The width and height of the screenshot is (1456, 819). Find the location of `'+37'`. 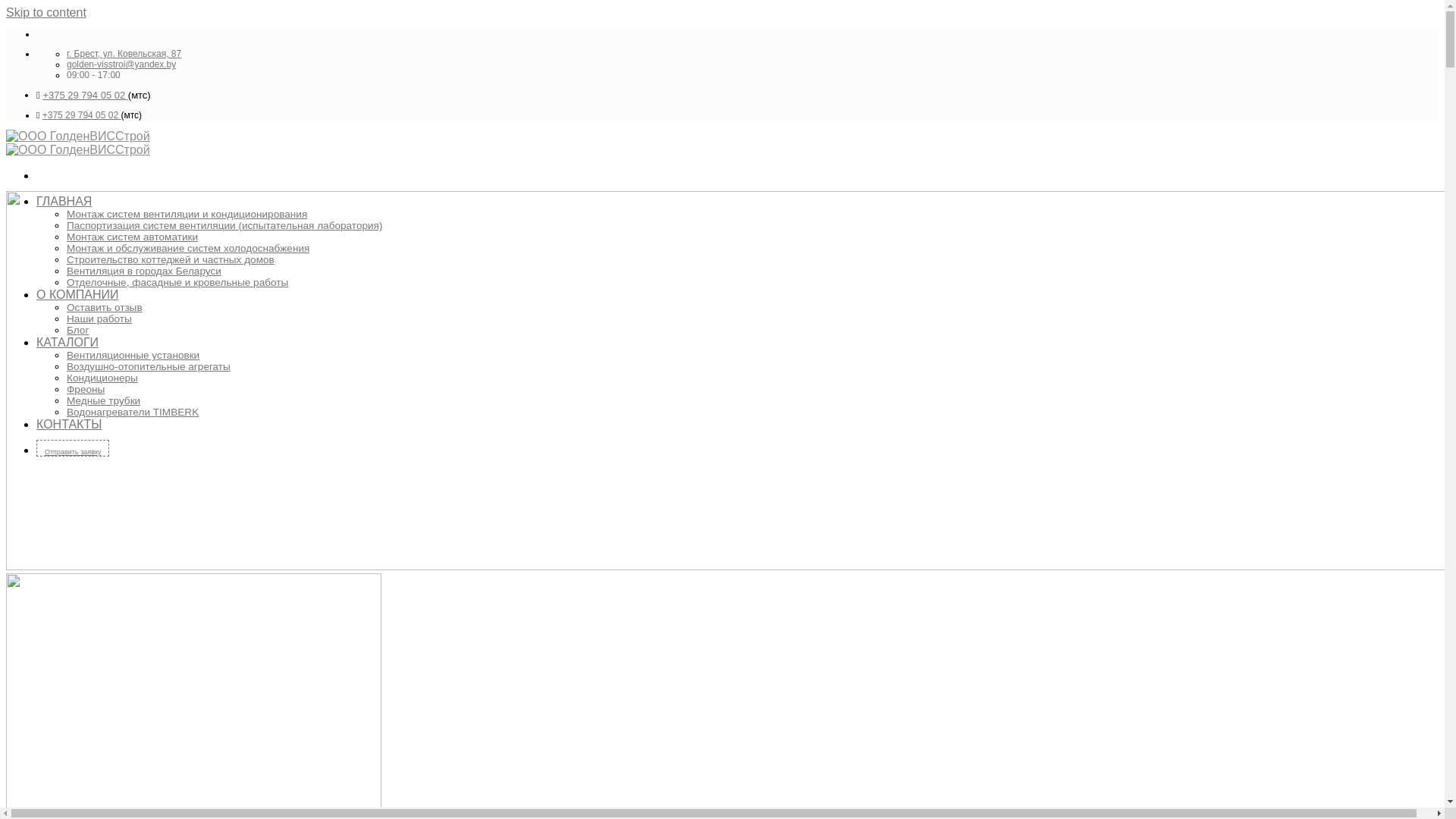

'+37' is located at coordinates (50, 114).